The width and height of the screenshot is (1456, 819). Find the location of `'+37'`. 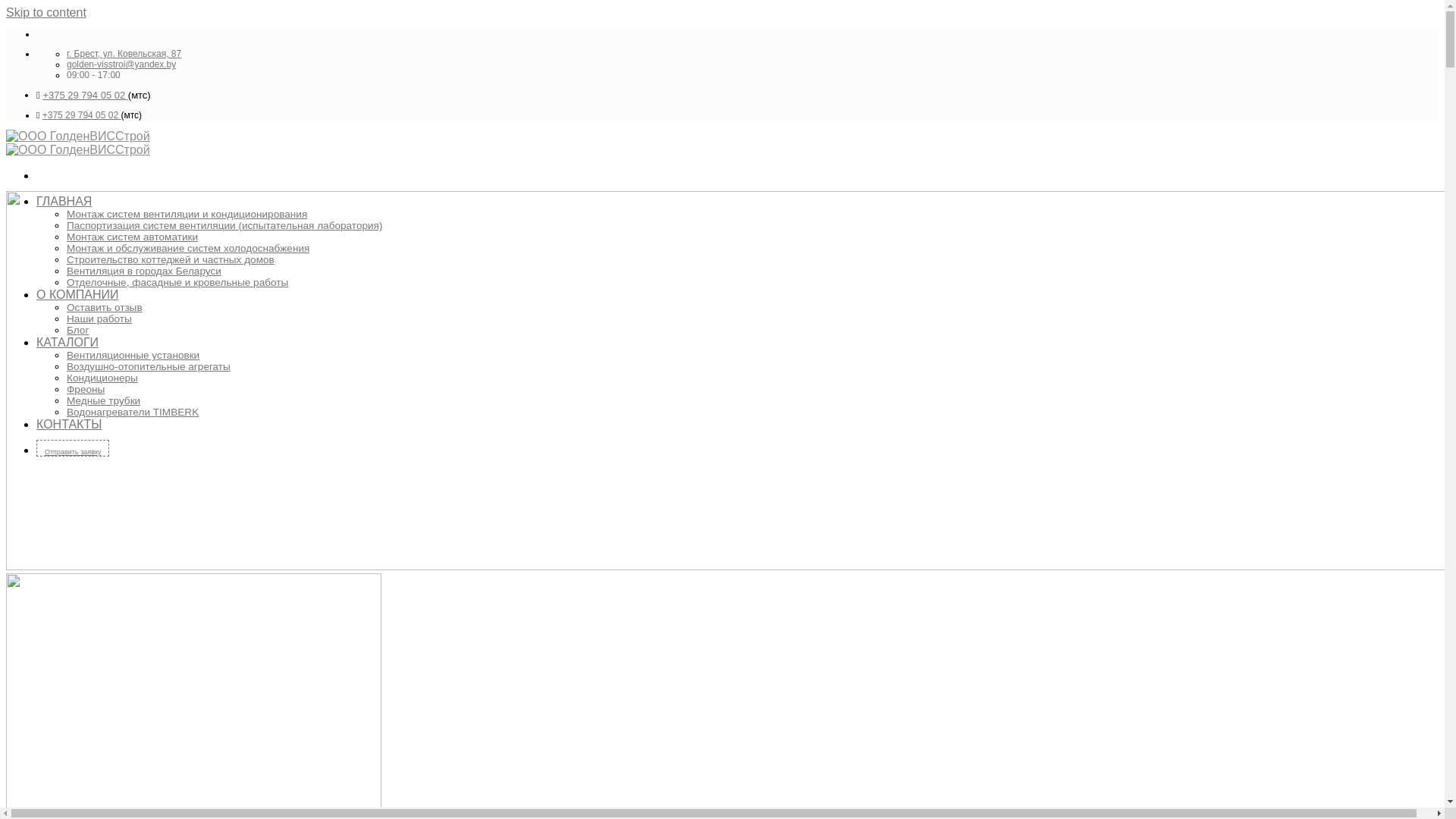

'+37' is located at coordinates (50, 114).